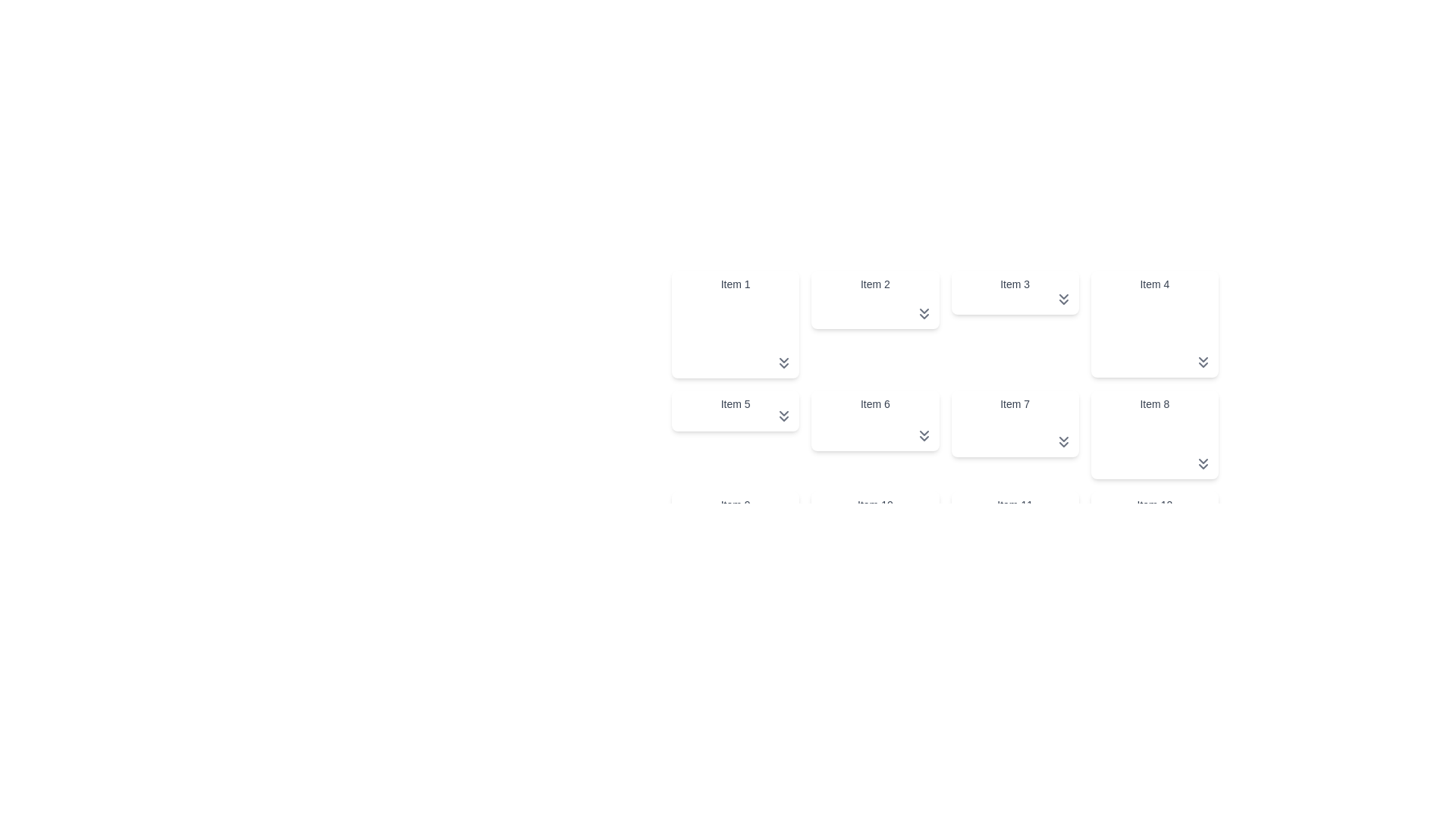 The height and width of the screenshot is (819, 1456). Describe the element at coordinates (784, 416) in the screenshot. I see `the double-chevron SVG icon located in the bottom-right corner of the 'Item 5' card` at that location.